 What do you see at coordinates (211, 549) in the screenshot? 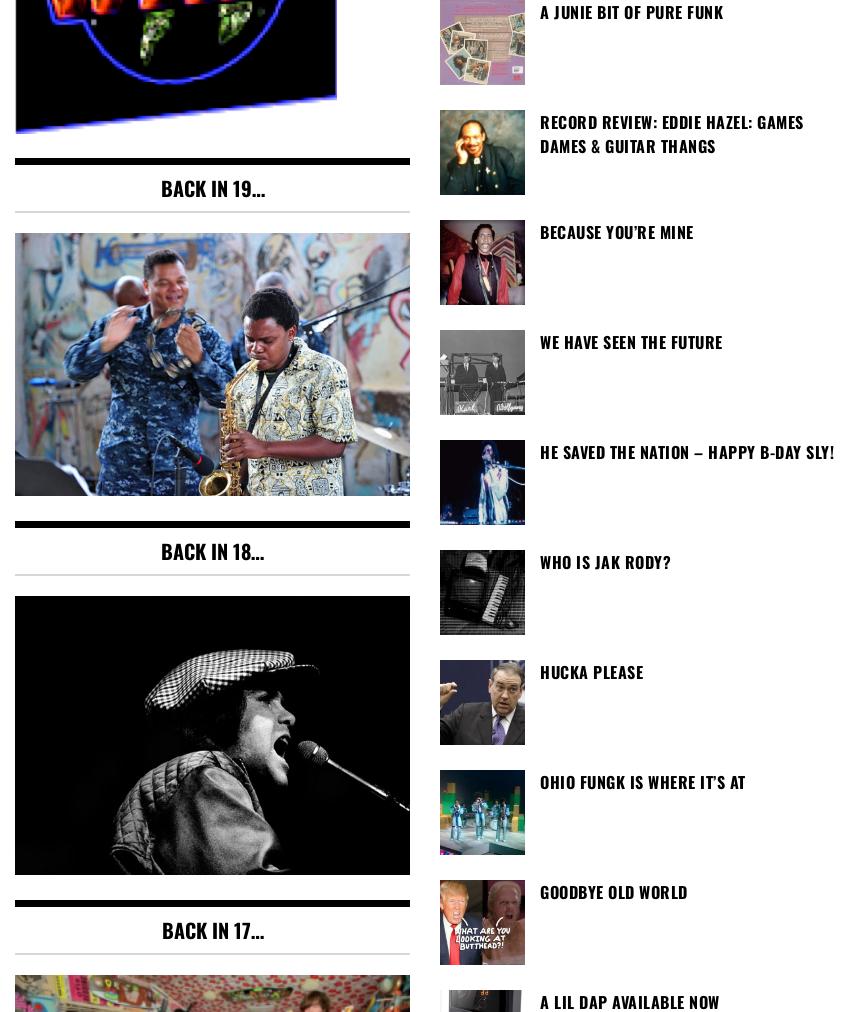
I see `'Back in 18…'` at bounding box center [211, 549].